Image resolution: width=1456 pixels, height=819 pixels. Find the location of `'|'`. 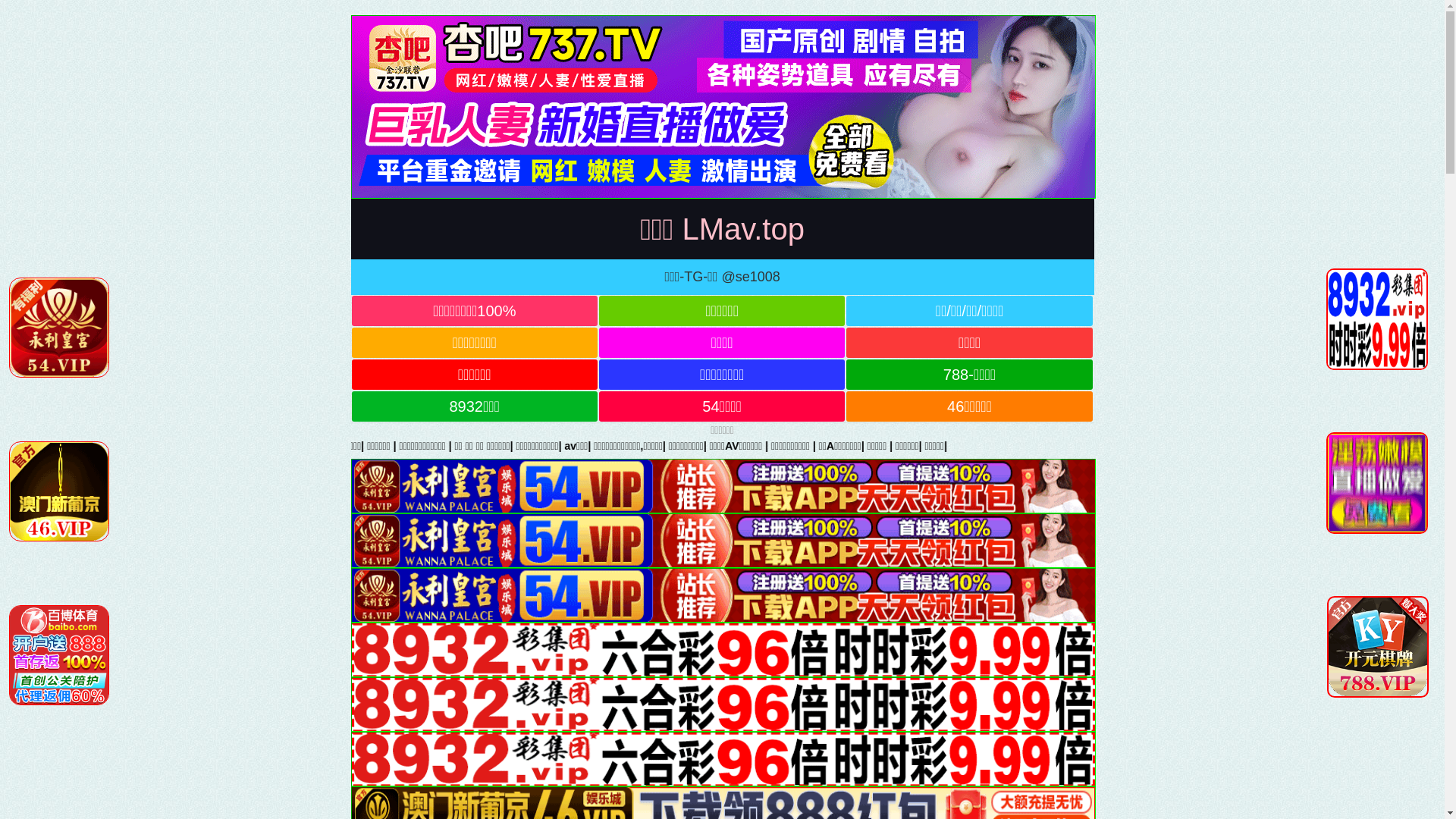

'|' is located at coordinates (502, 444).